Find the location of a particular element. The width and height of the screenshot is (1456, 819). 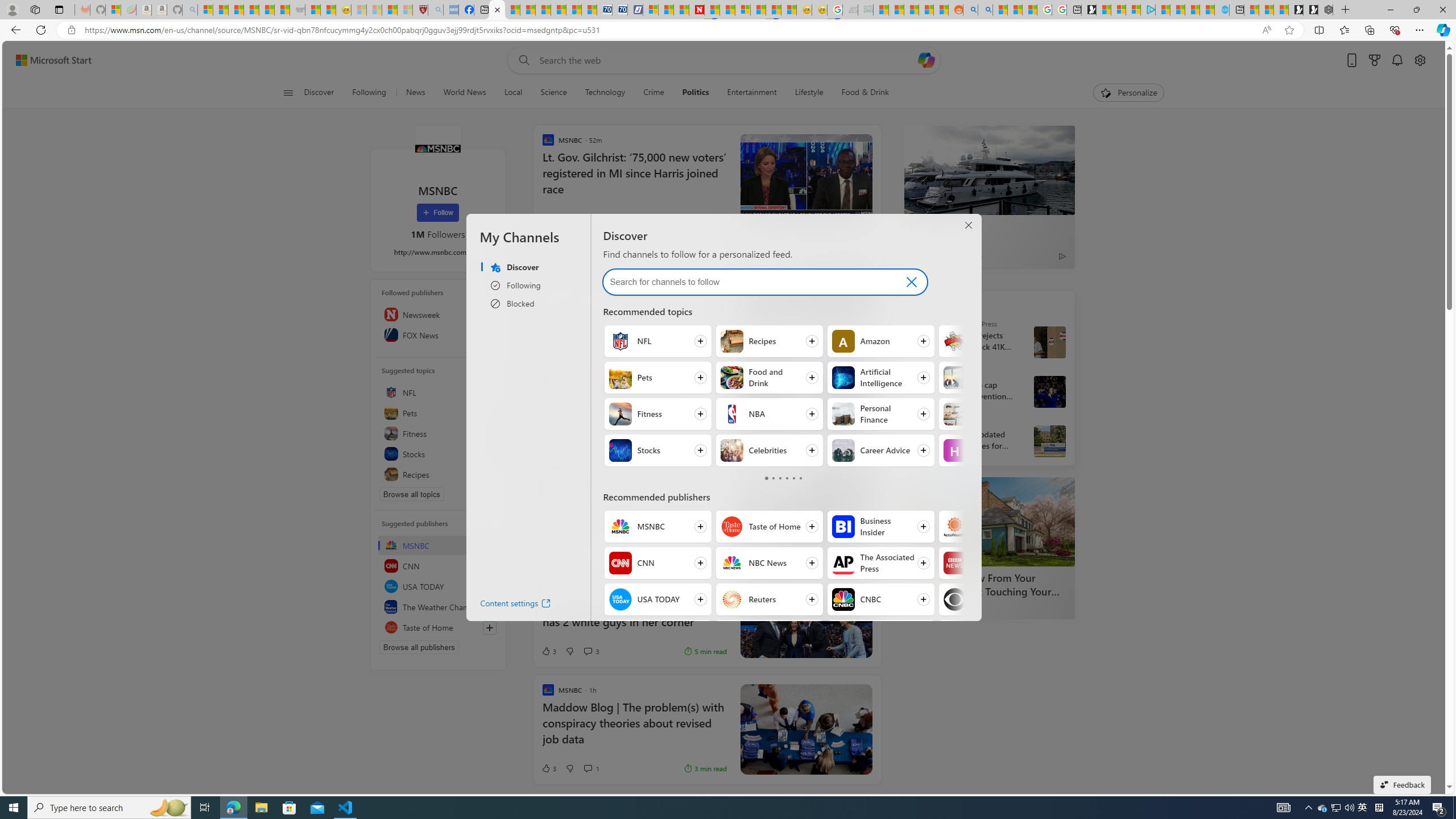

'AccuWeather' is located at coordinates (955, 526).